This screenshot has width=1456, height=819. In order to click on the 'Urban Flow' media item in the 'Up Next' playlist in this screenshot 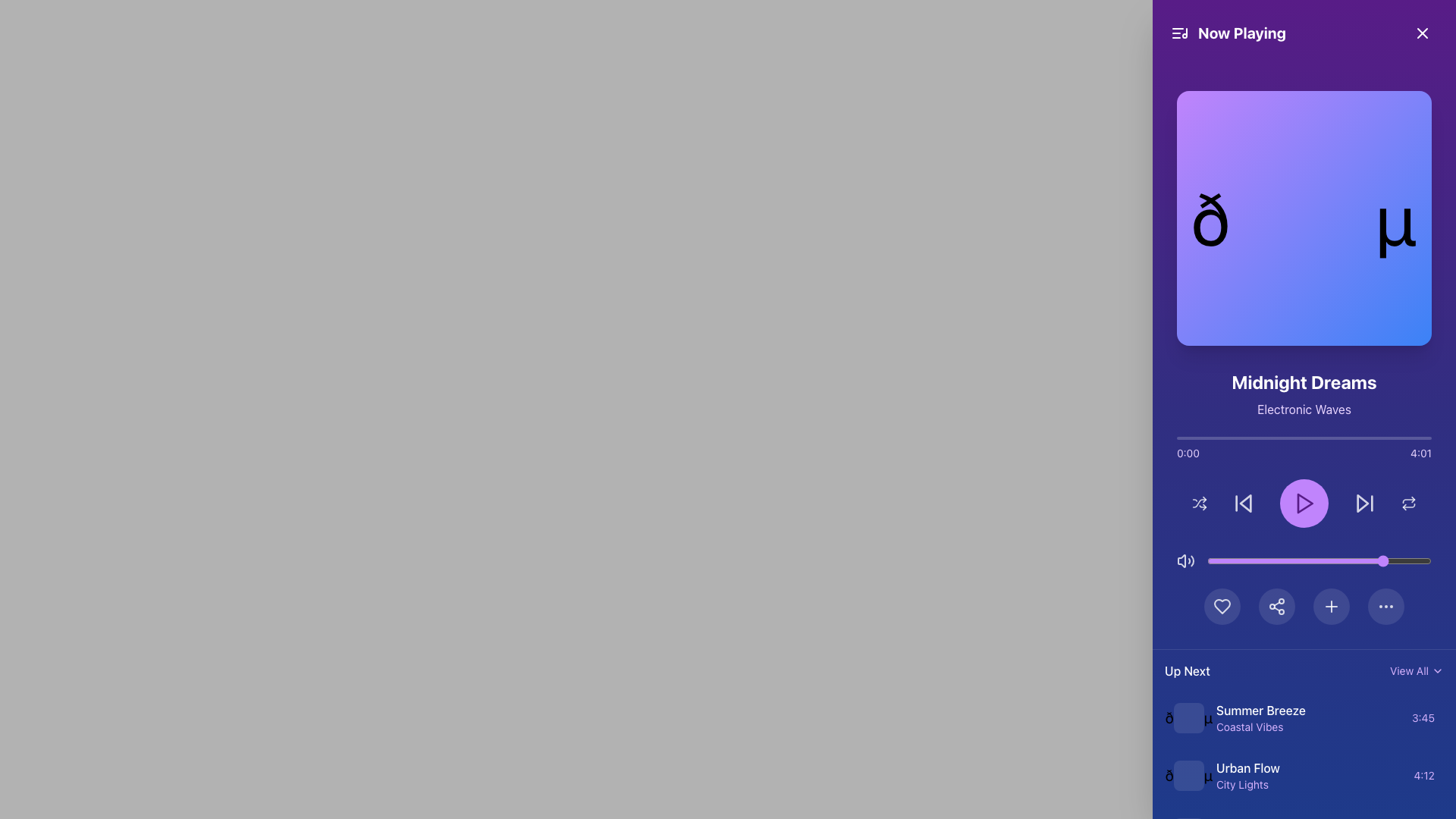, I will do `click(1308, 775)`.